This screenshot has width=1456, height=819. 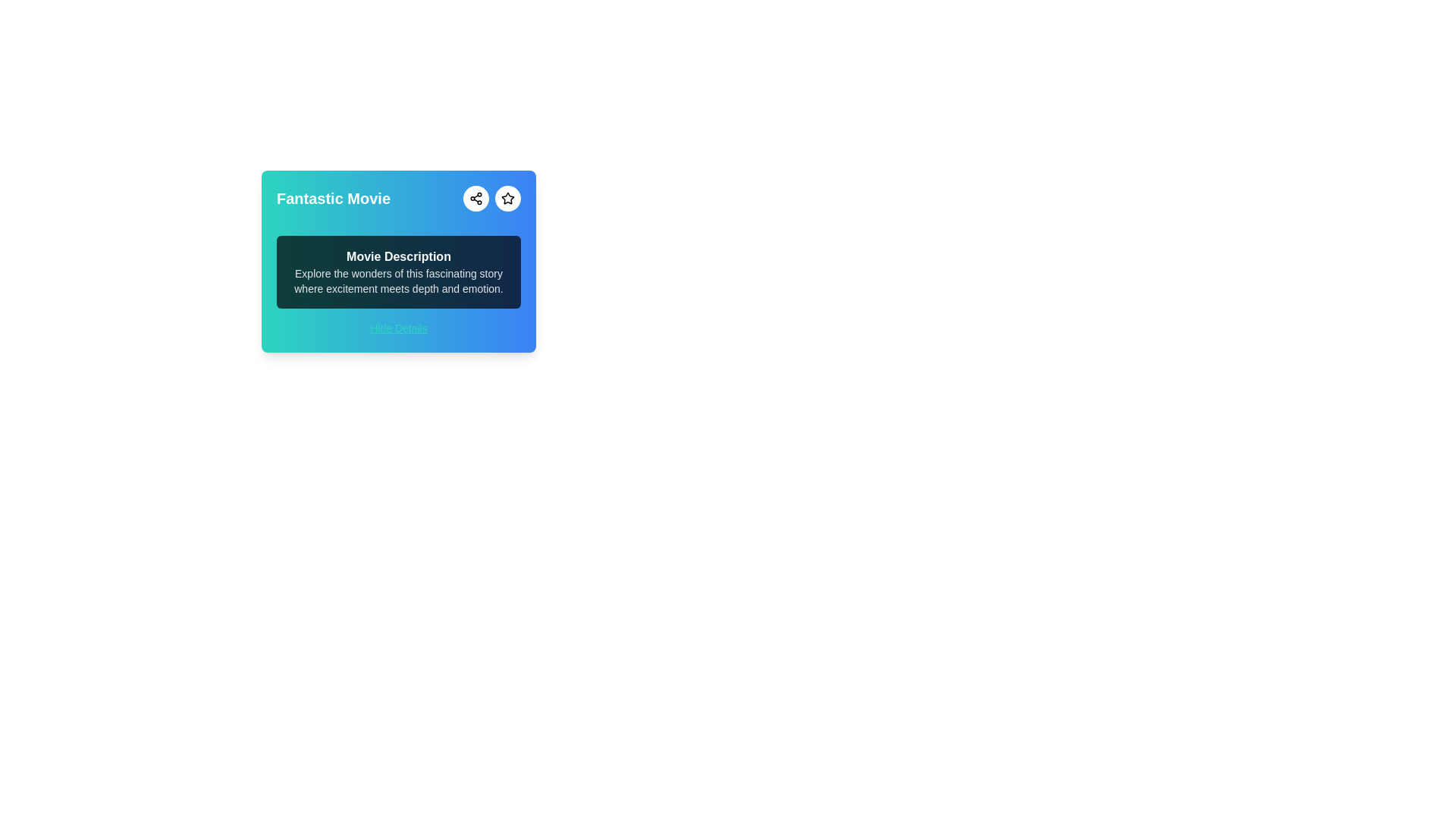 I want to click on the bold text label reading 'Movie Description' that is styled with a semibold font and placed within a dark rounded rectangle, located at the upper part of the rectangle, so click(x=399, y=256).